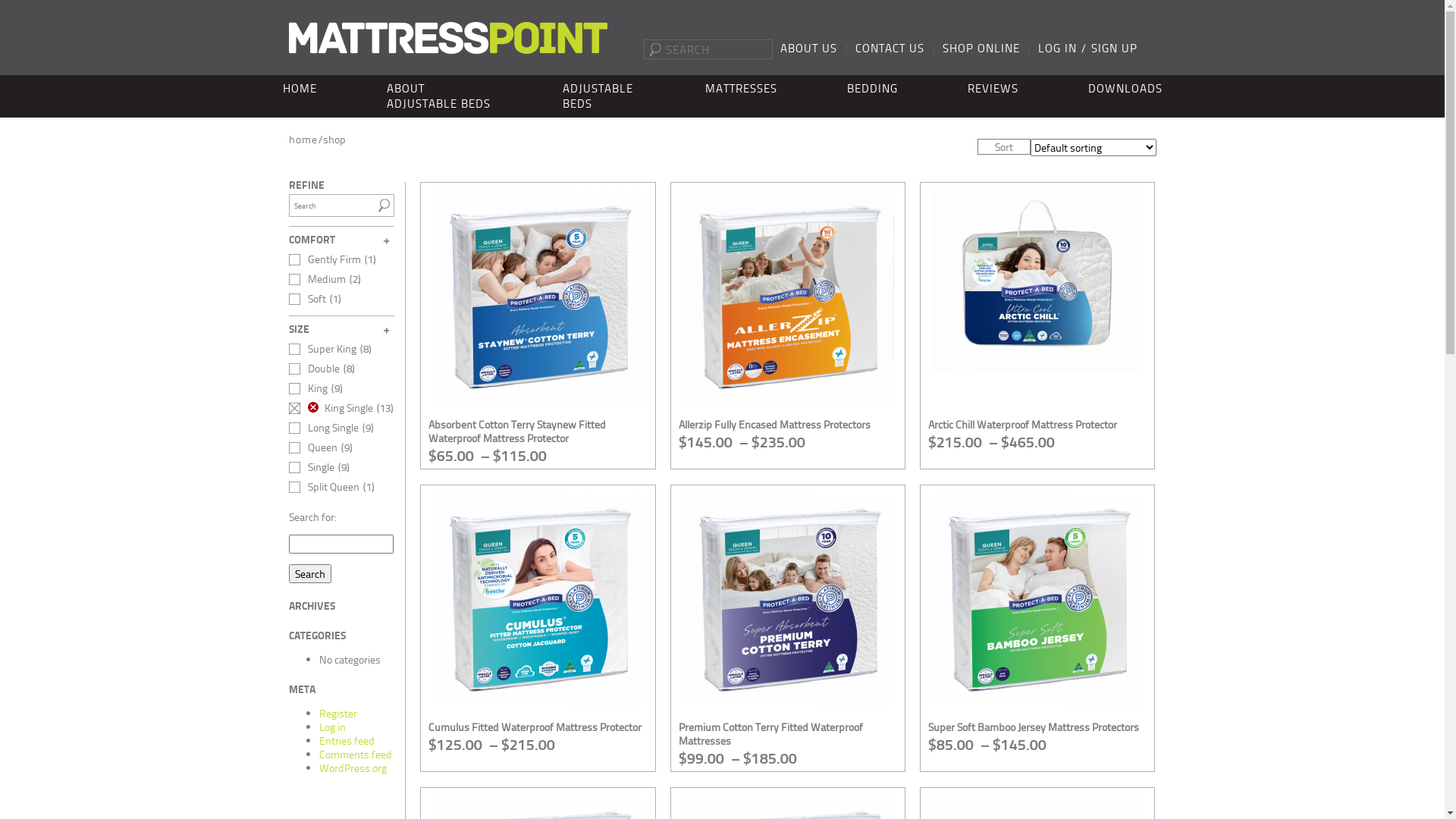  Describe the element at coordinates (1125, 88) in the screenshot. I see `'DOWNLOADS'` at that location.